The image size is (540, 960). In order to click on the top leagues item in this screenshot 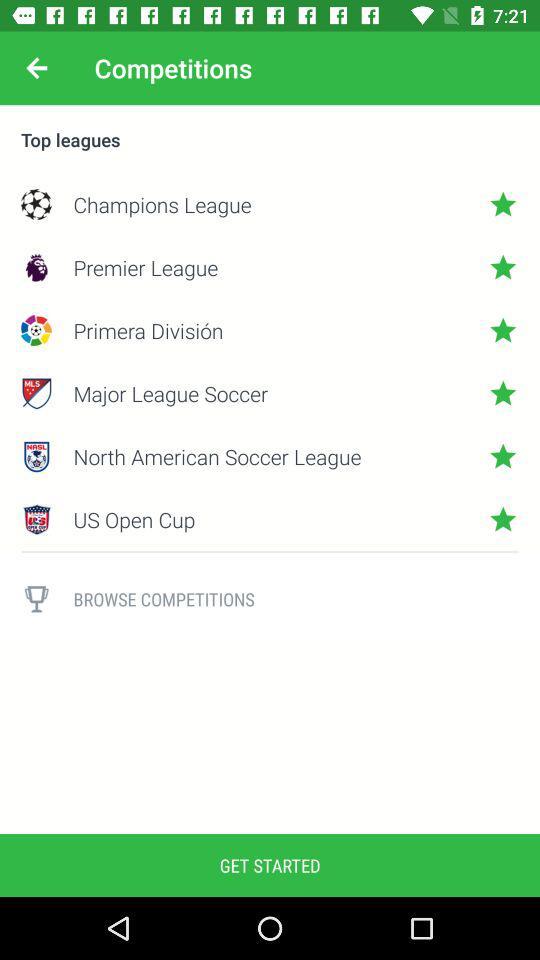, I will do `click(270, 138)`.